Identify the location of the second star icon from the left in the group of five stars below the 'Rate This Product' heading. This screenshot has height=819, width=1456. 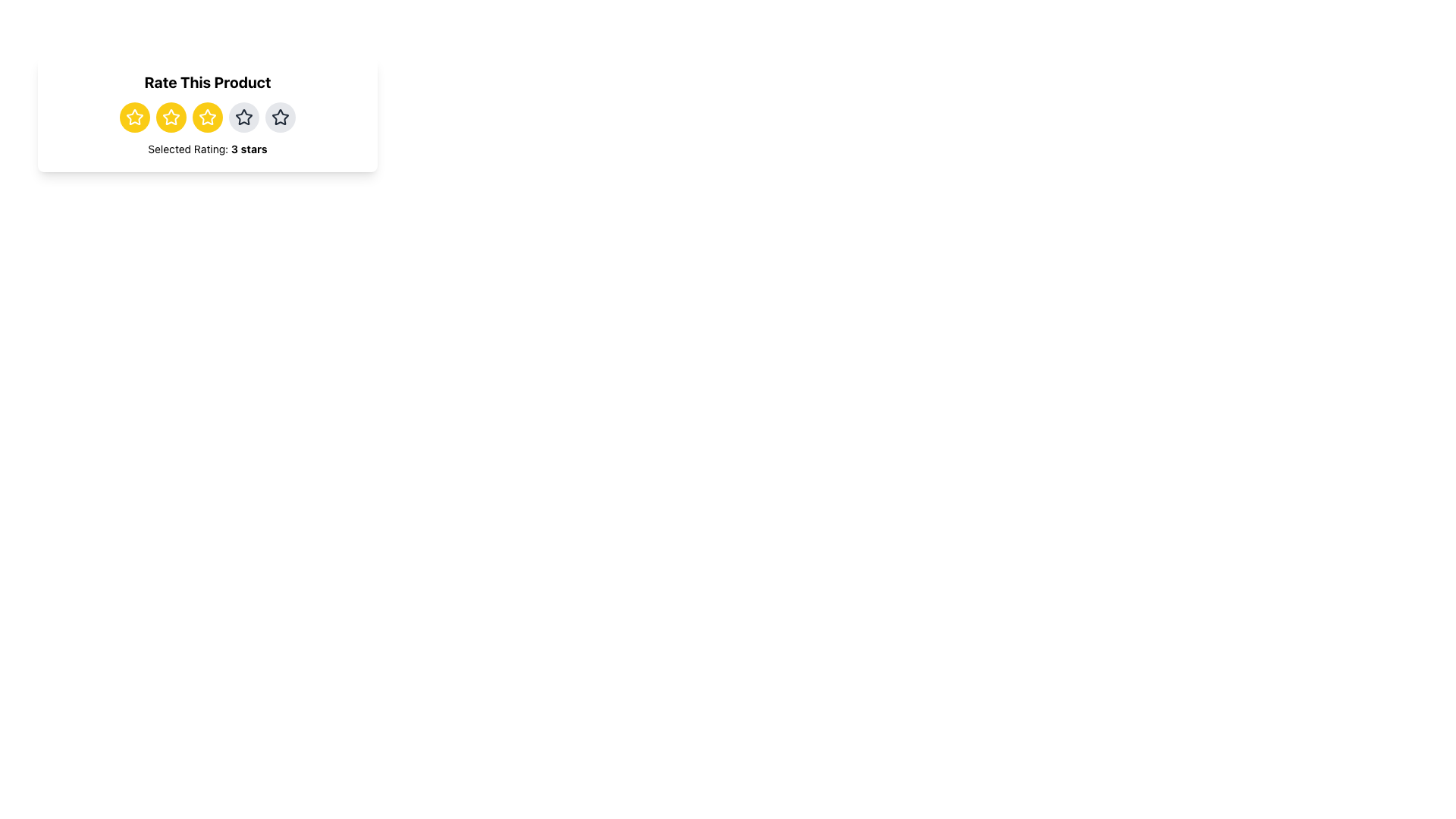
(171, 116).